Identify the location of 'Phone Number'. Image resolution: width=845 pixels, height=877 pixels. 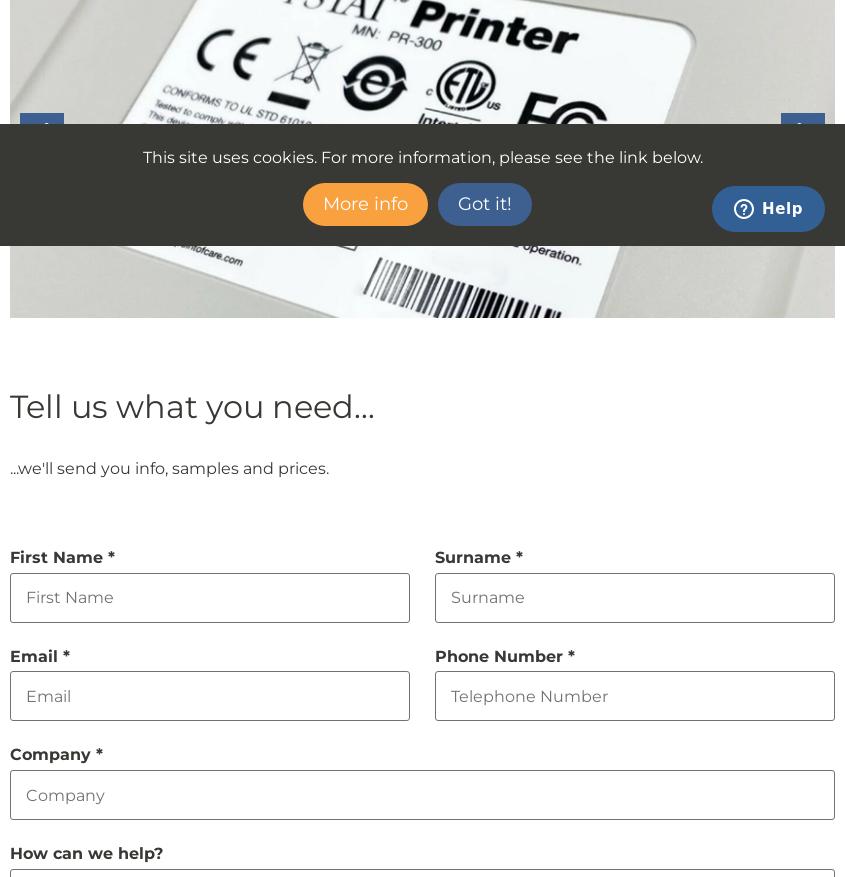
(501, 655).